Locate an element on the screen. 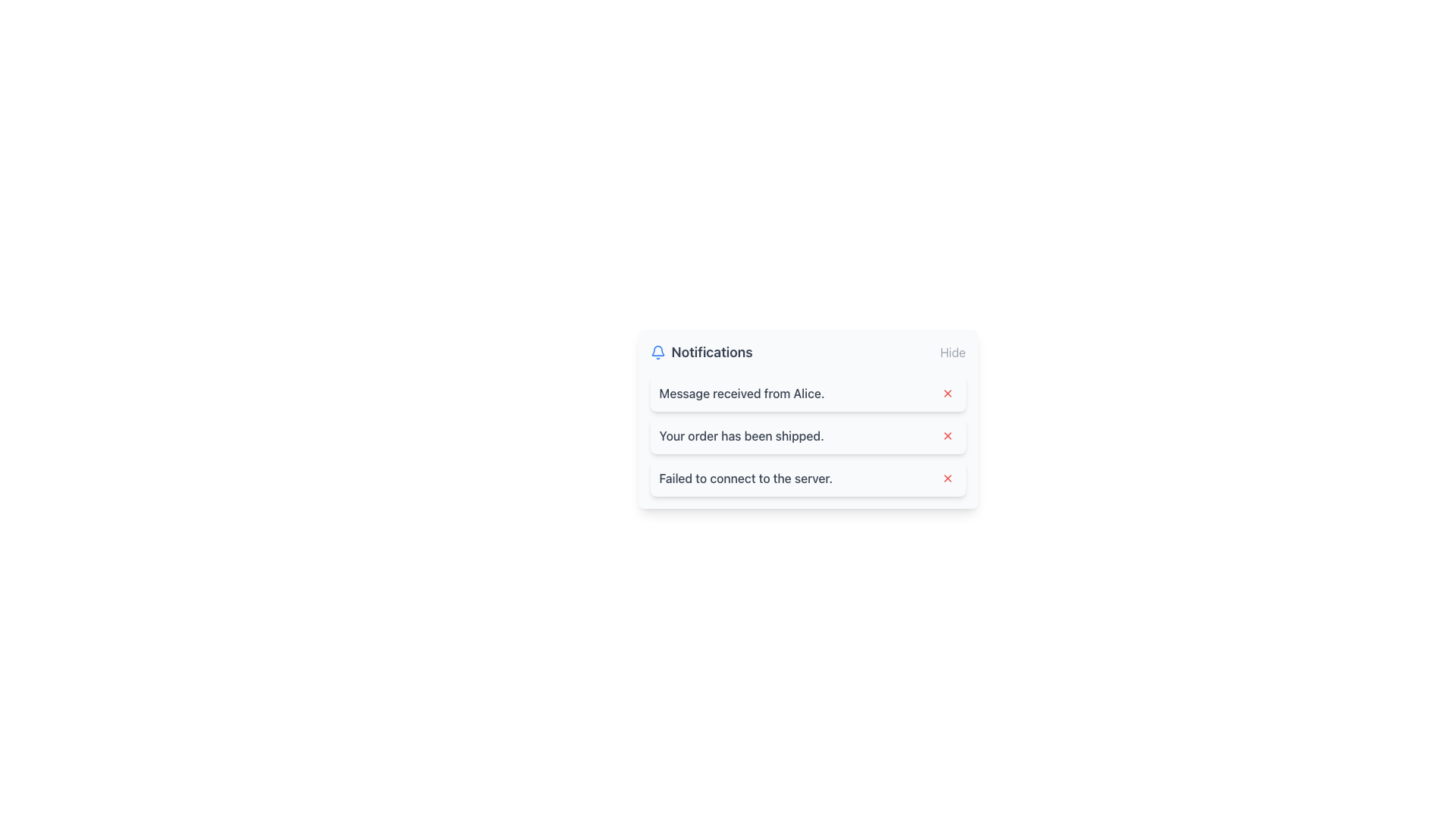  the close button associated with the second notification item is located at coordinates (946, 435).